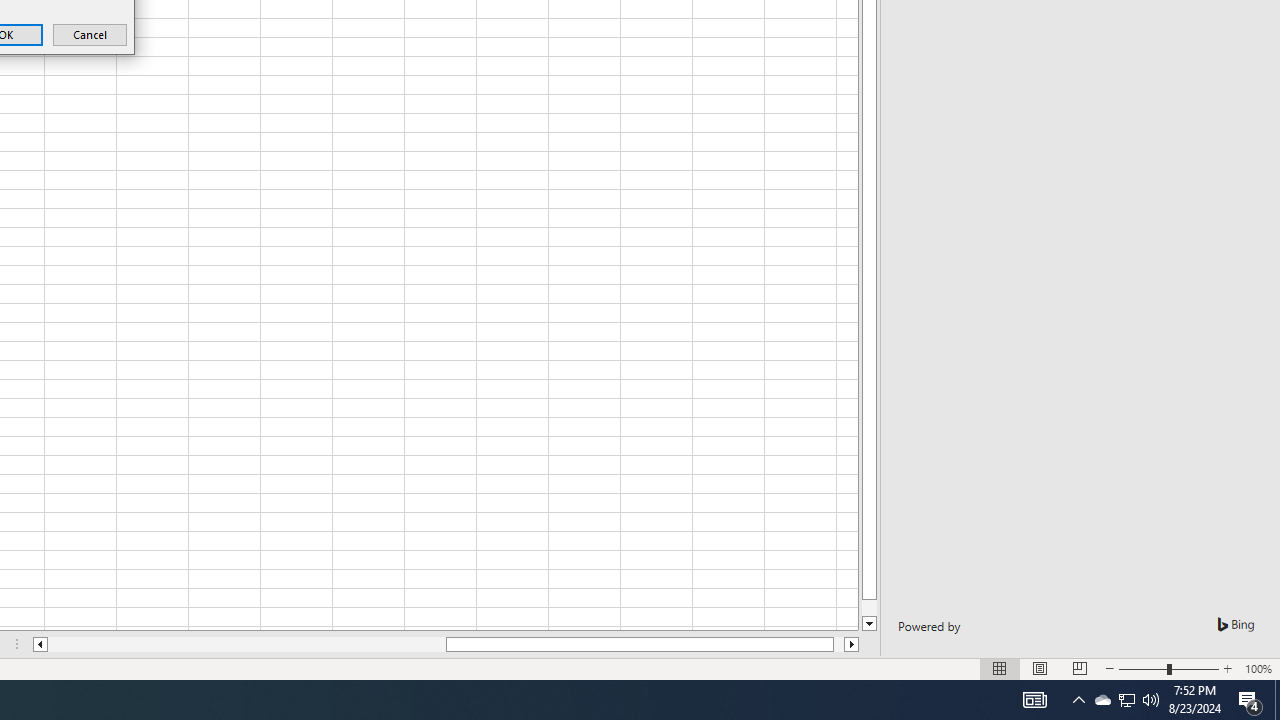 This screenshot has width=1280, height=720. I want to click on 'Page left', so click(246, 644).